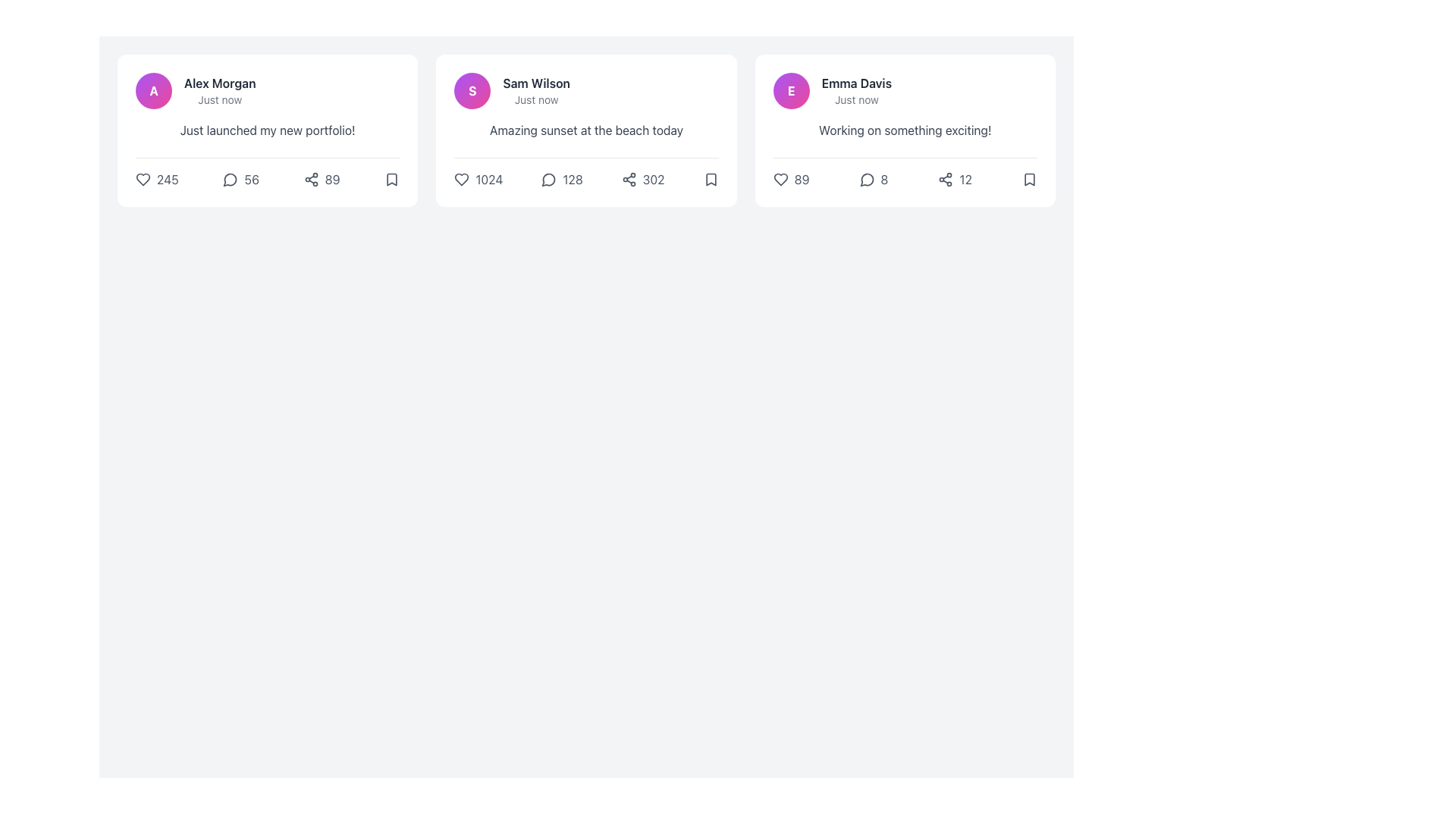 The height and width of the screenshot is (819, 1456). I want to click on the circular avatar icon with a gradient color transitioning from purple to pink, which contains a white capital letter 'S' in bold font, to use it as the user identifier, so click(472, 90).